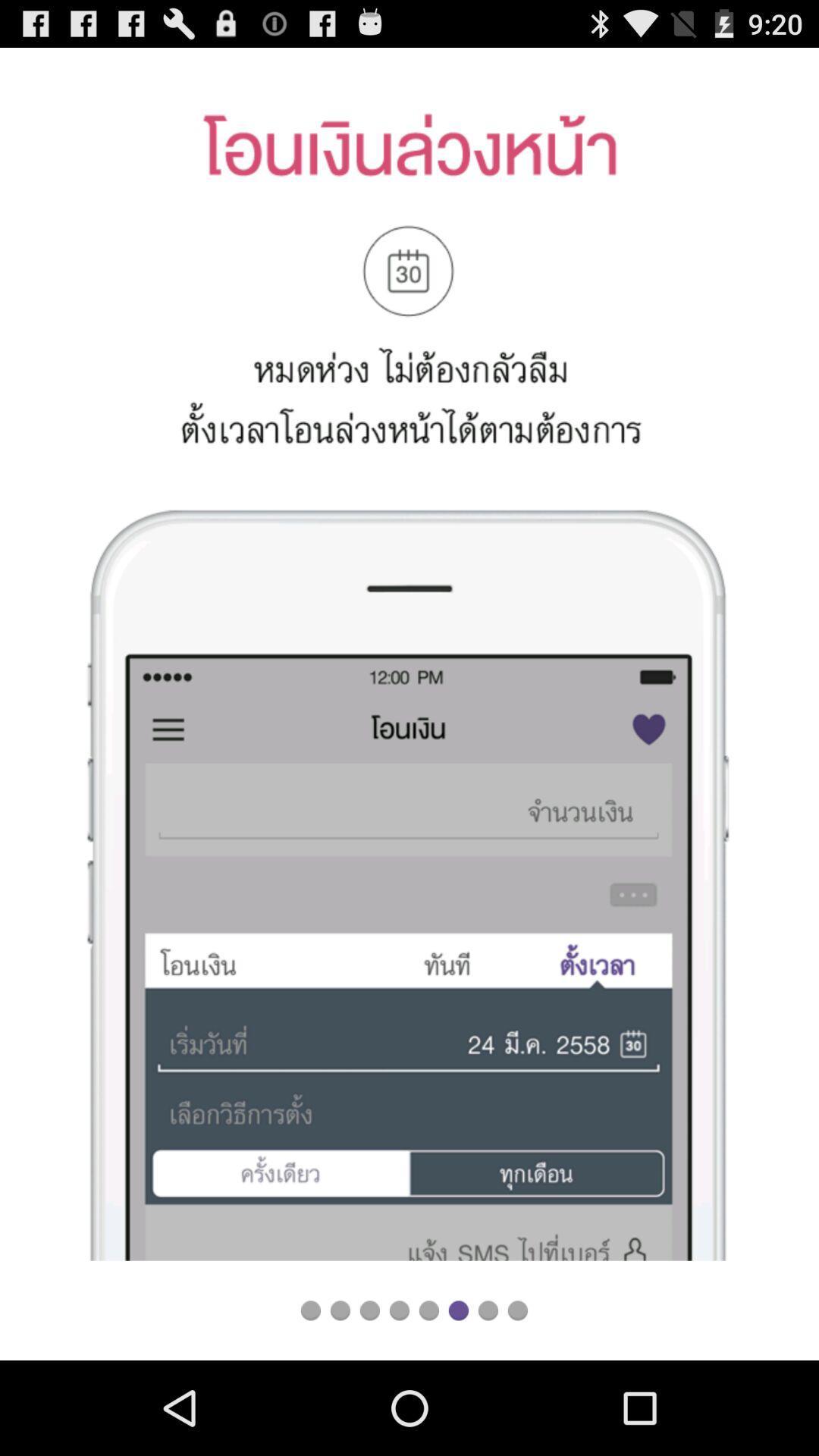 This screenshot has width=819, height=1456. What do you see at coordinates (339, 1310) in the screenshot?
I see `next` at bounding box center [339, 1310].